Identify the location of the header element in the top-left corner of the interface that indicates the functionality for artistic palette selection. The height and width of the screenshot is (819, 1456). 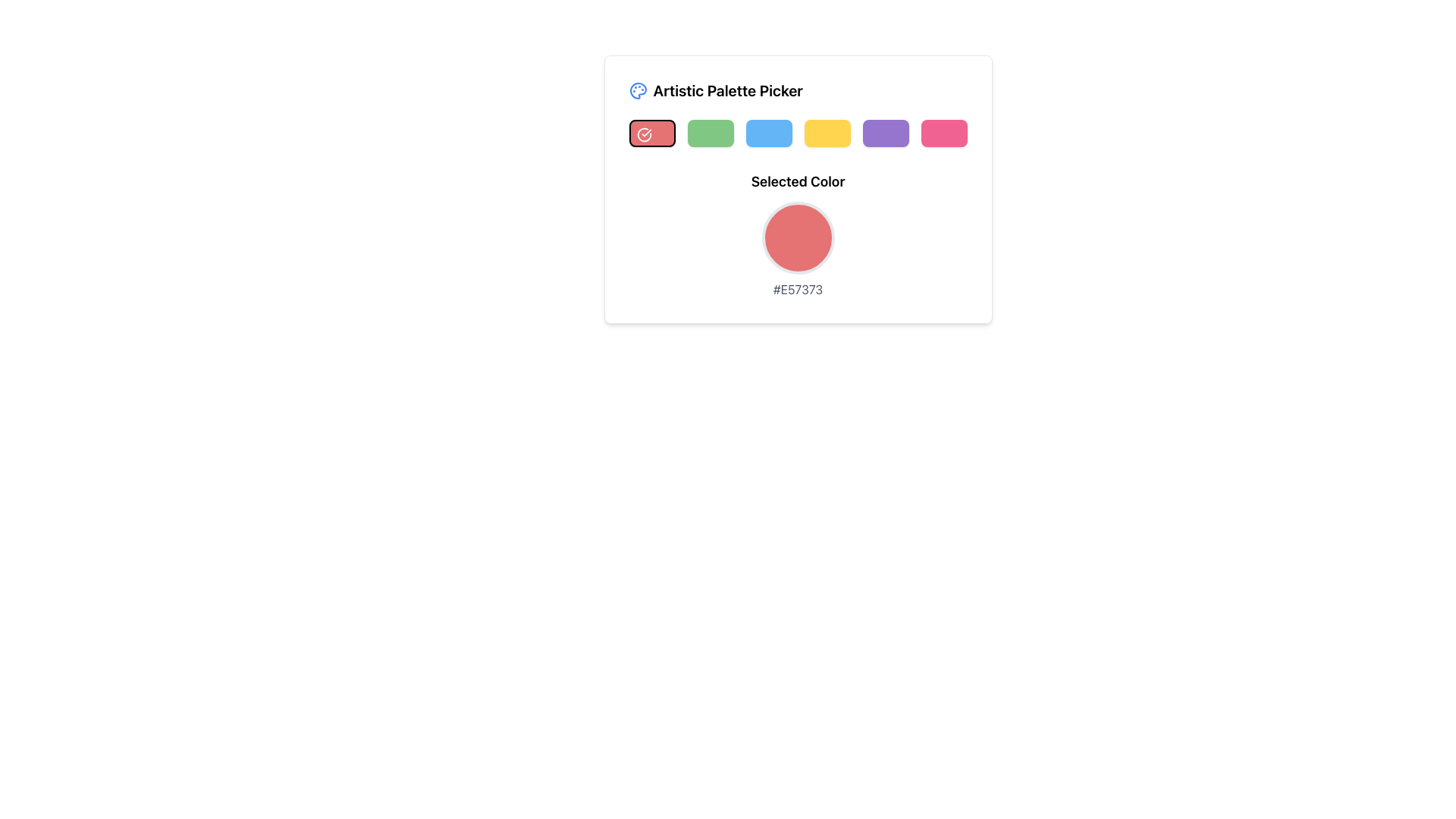
(715, 90).